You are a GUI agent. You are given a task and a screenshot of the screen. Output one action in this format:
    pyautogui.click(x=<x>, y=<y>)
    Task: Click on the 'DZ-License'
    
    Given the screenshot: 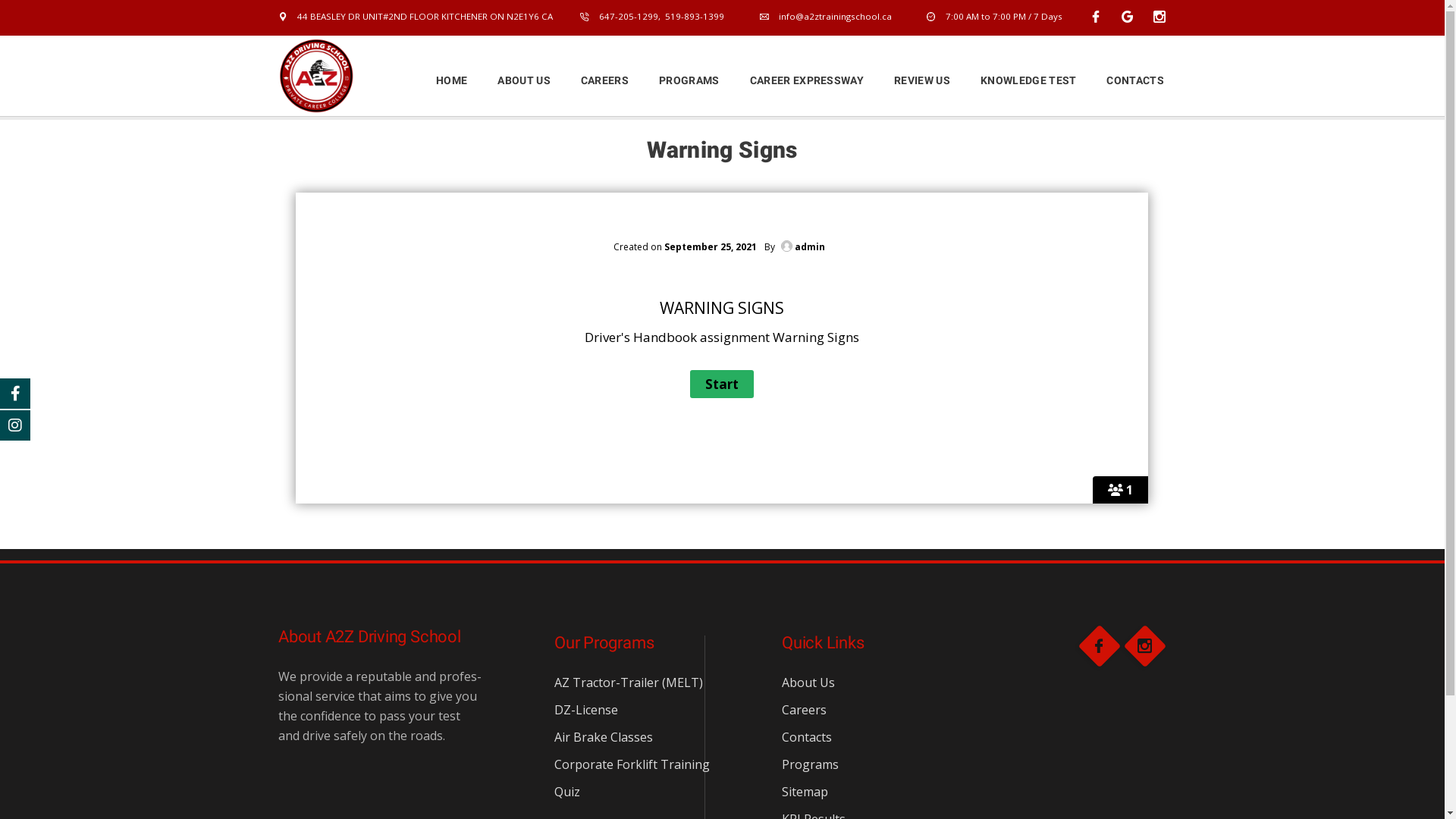 What is the action you would take?
    pyautogui.click(x=585, y=710)
    